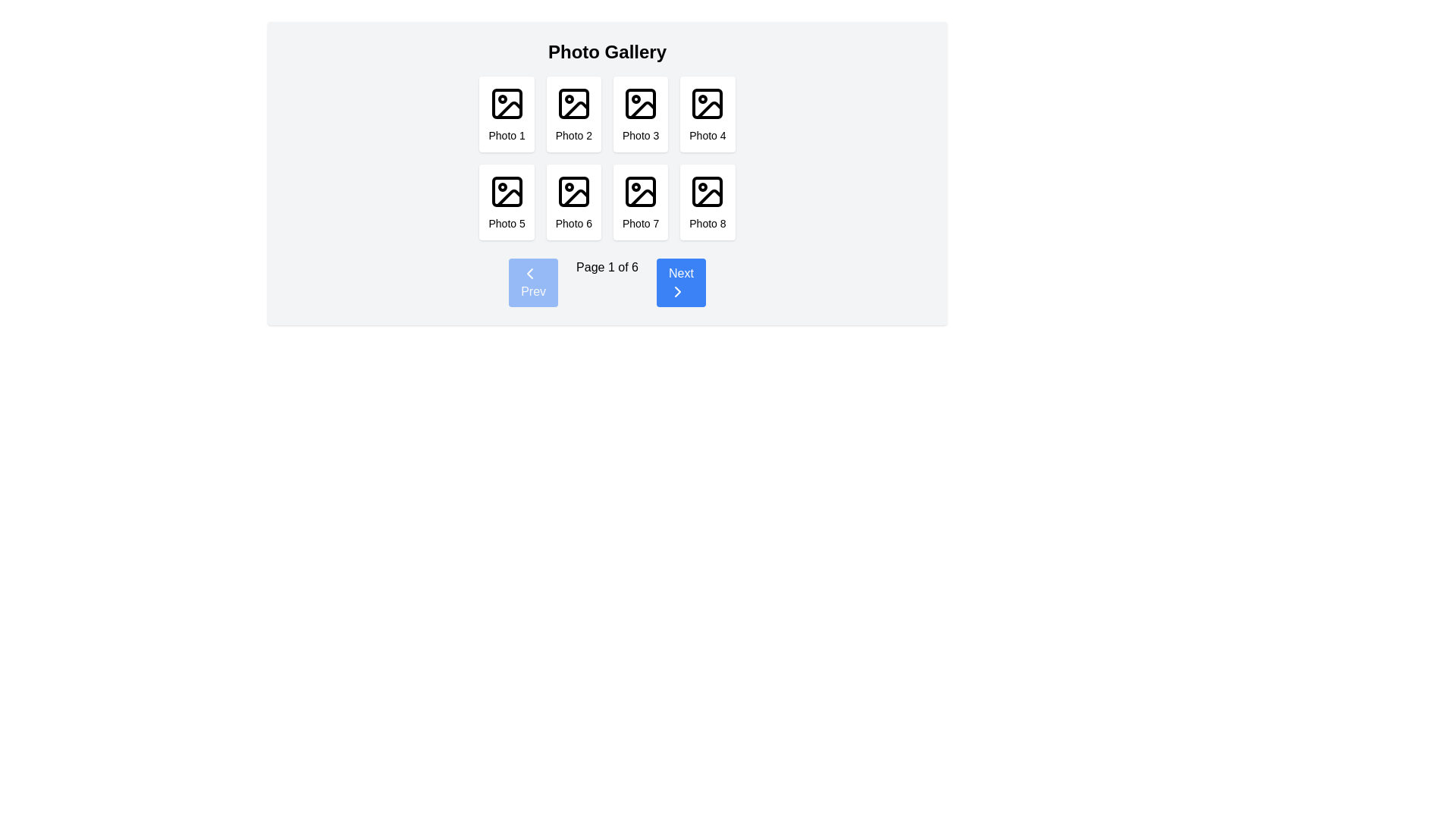  I want to click on the List item displaying the 'Photo 8' text and a photo outline icon, so click(707, 201).